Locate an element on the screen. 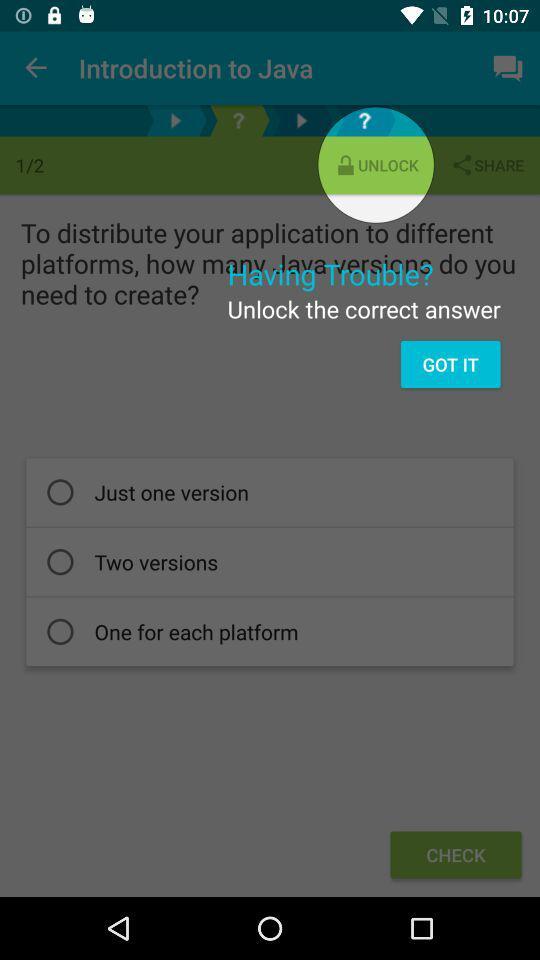 This screenshot has height=960, width=540. help is located at coordinates (238, 120).